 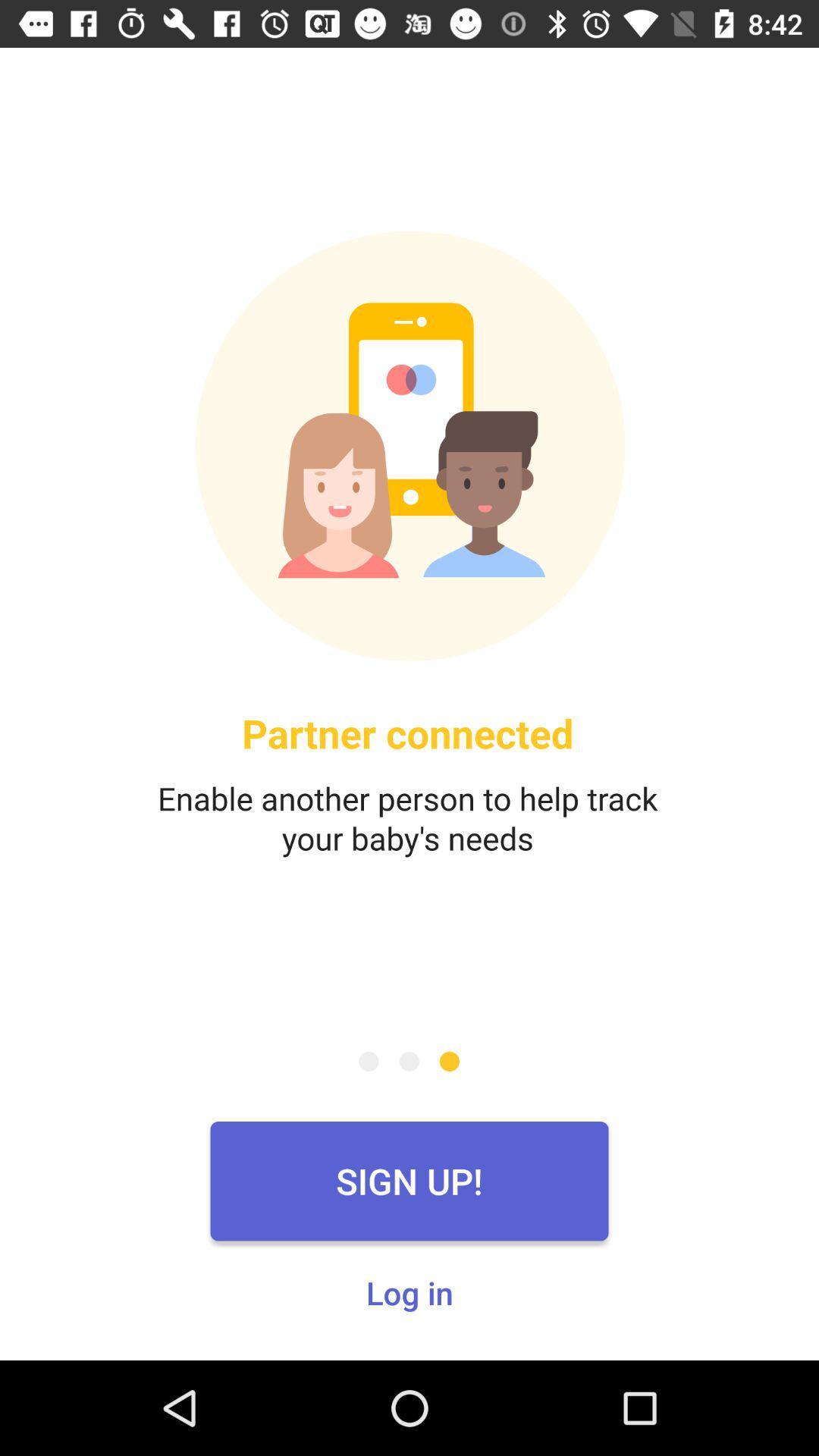 What do you see at coordinates (409, 1291) in the screenshot?
I see `icon below the sign up! item` at bounding box center [409, 1291].